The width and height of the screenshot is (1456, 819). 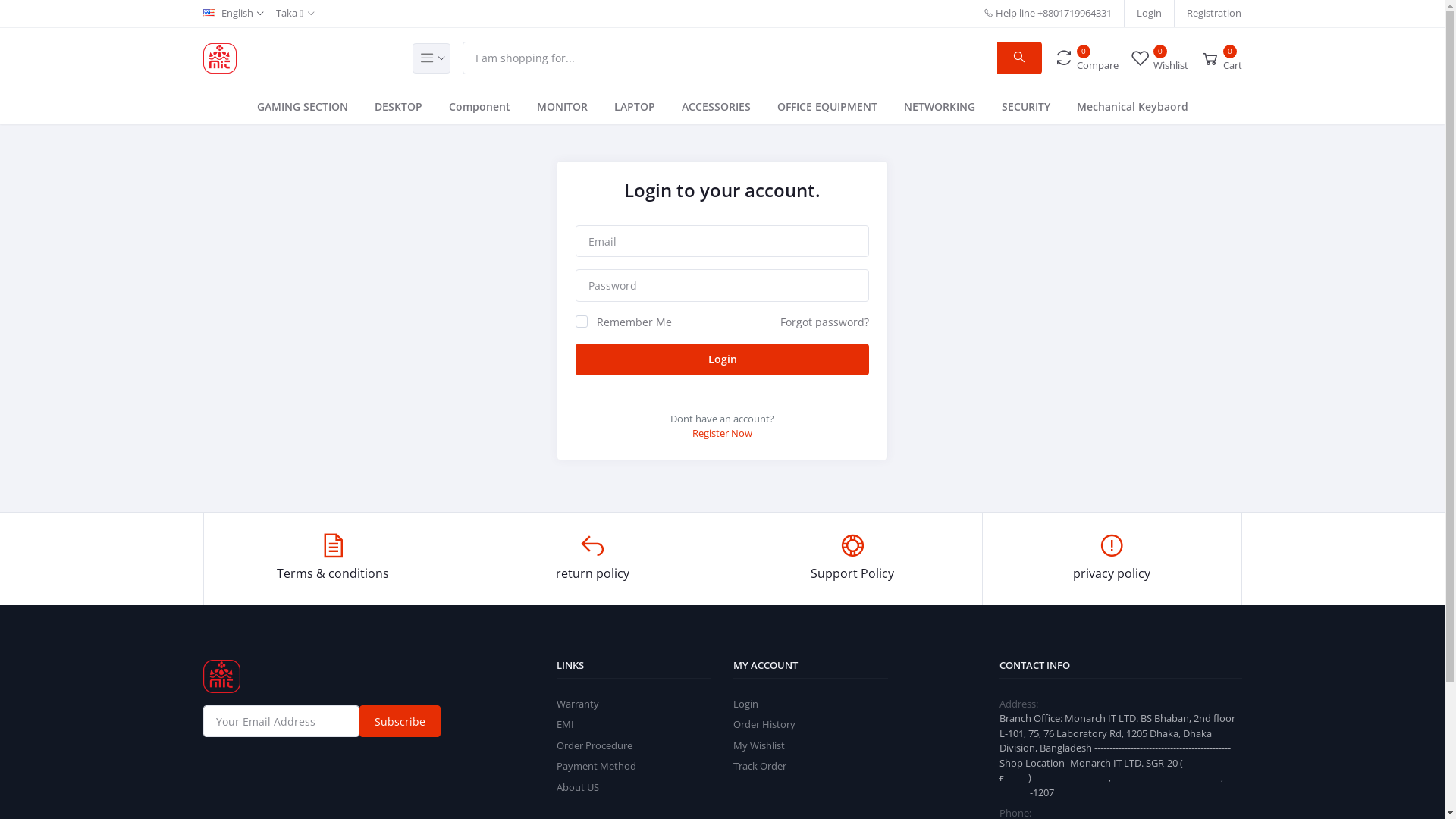 I want to click on 'return policy', so click(x=591, y=558).